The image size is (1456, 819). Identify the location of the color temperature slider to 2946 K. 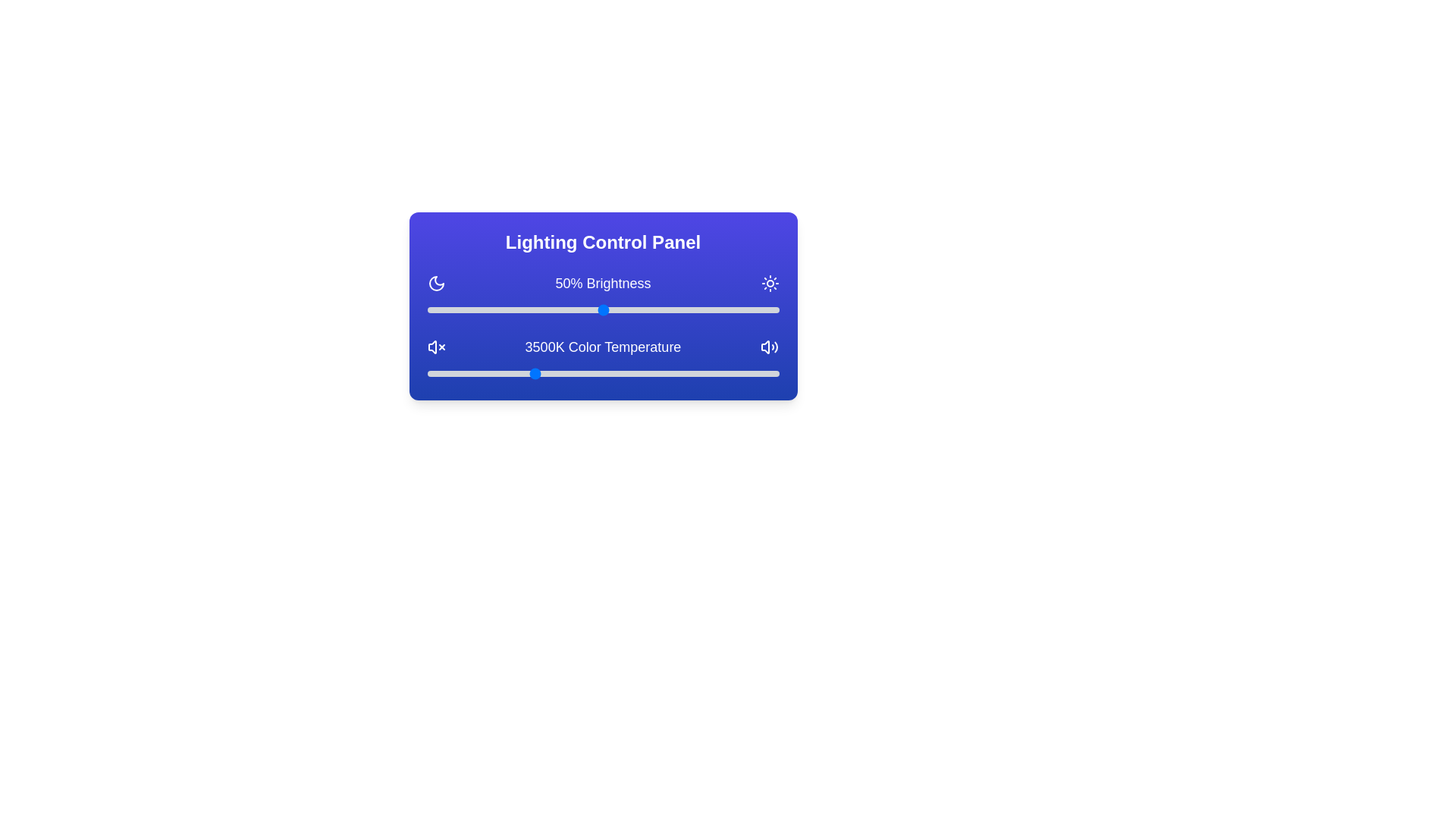
(494, 374).